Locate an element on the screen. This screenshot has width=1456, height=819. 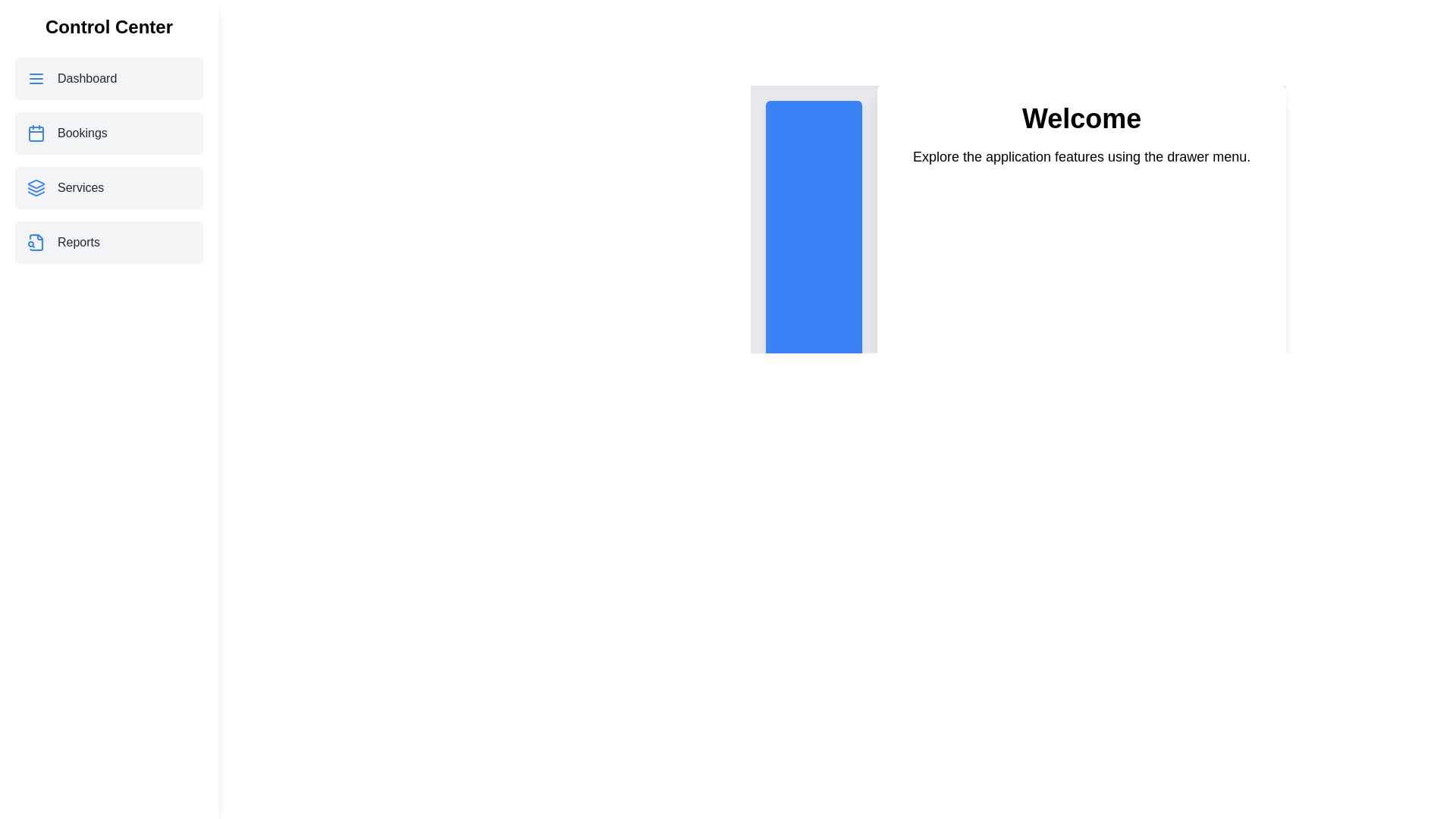
the menu item Reports is located at coordinates (108, 242).